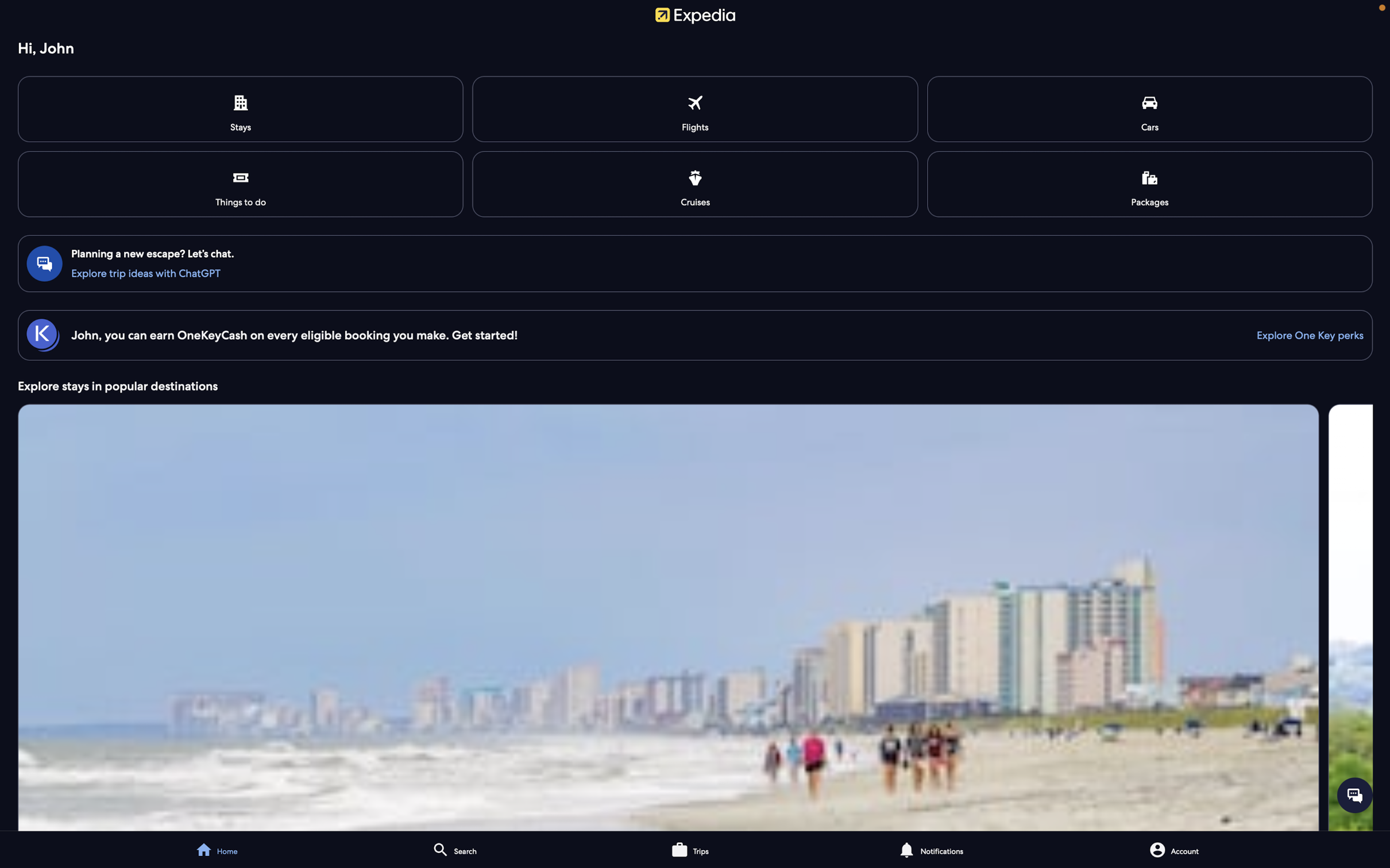 The height and width of the screenshot is (868, 1390). What do you see at coordinates (506, 848) in the screenshot?
I see `Search for a Paris destination` at bounding box center [506, 848].